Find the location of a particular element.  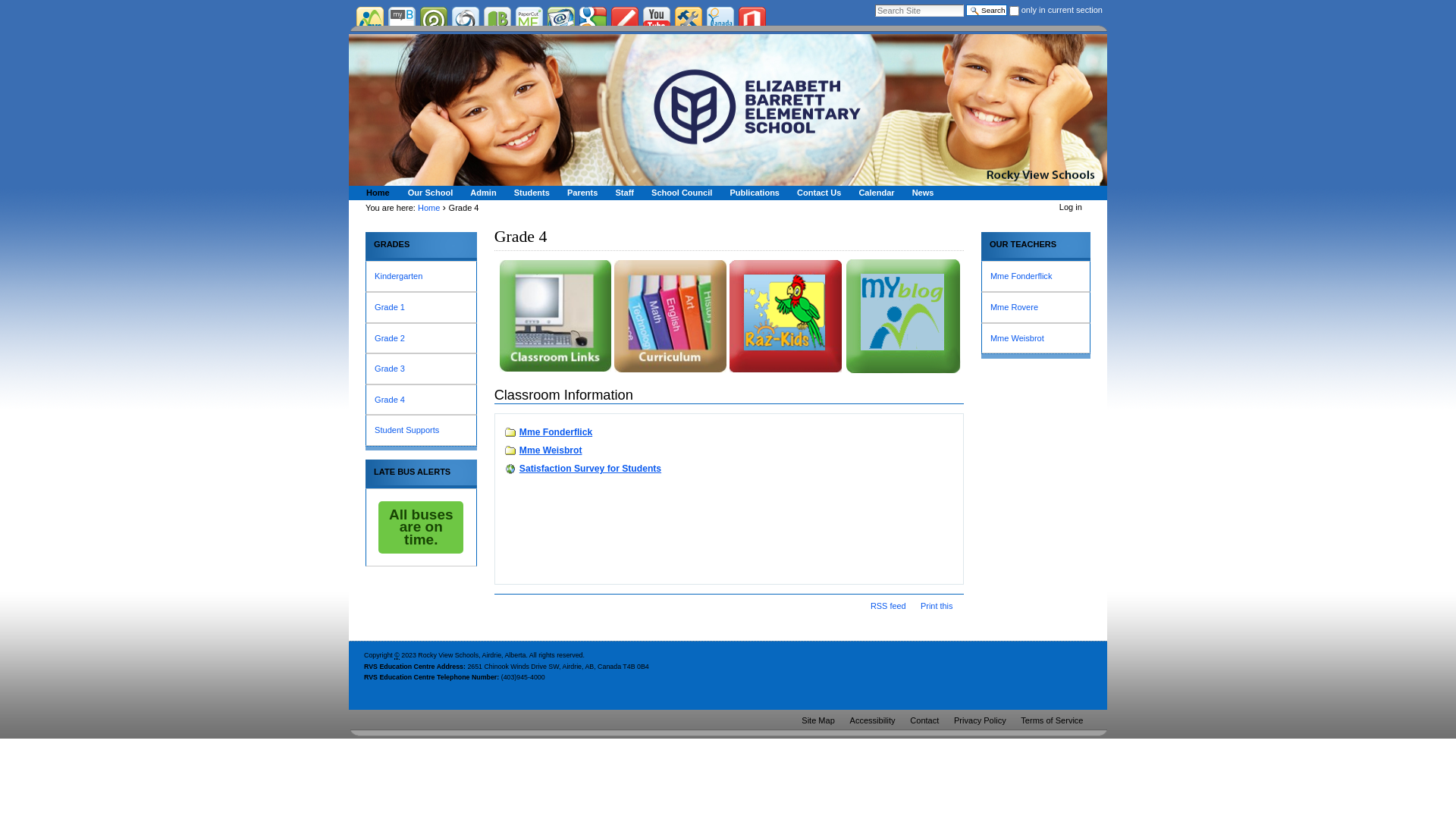

'YouTube' is located at coordinates (656, 20).